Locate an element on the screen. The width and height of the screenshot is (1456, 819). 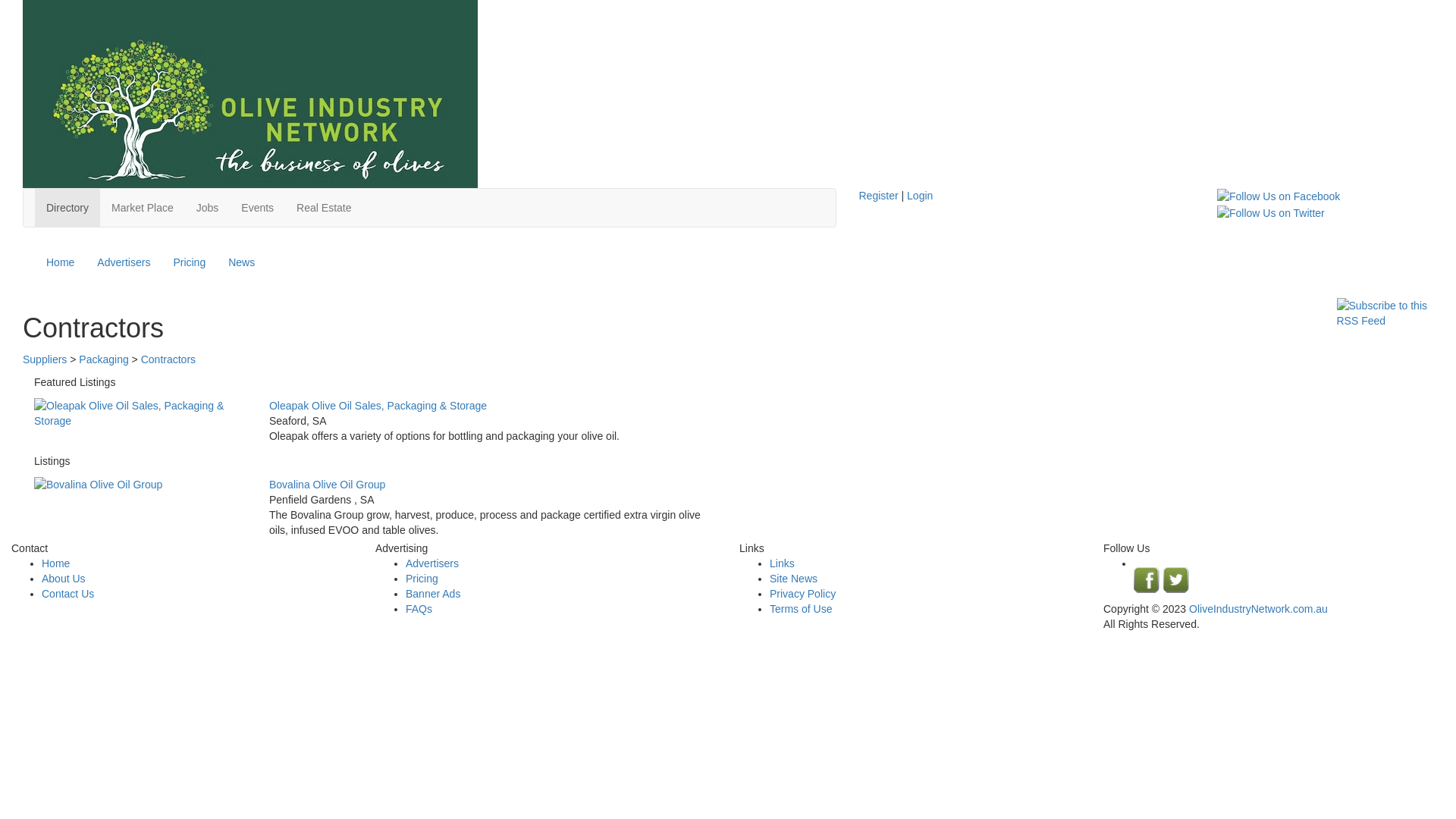
'Links' is located at coordinates (782, 563).